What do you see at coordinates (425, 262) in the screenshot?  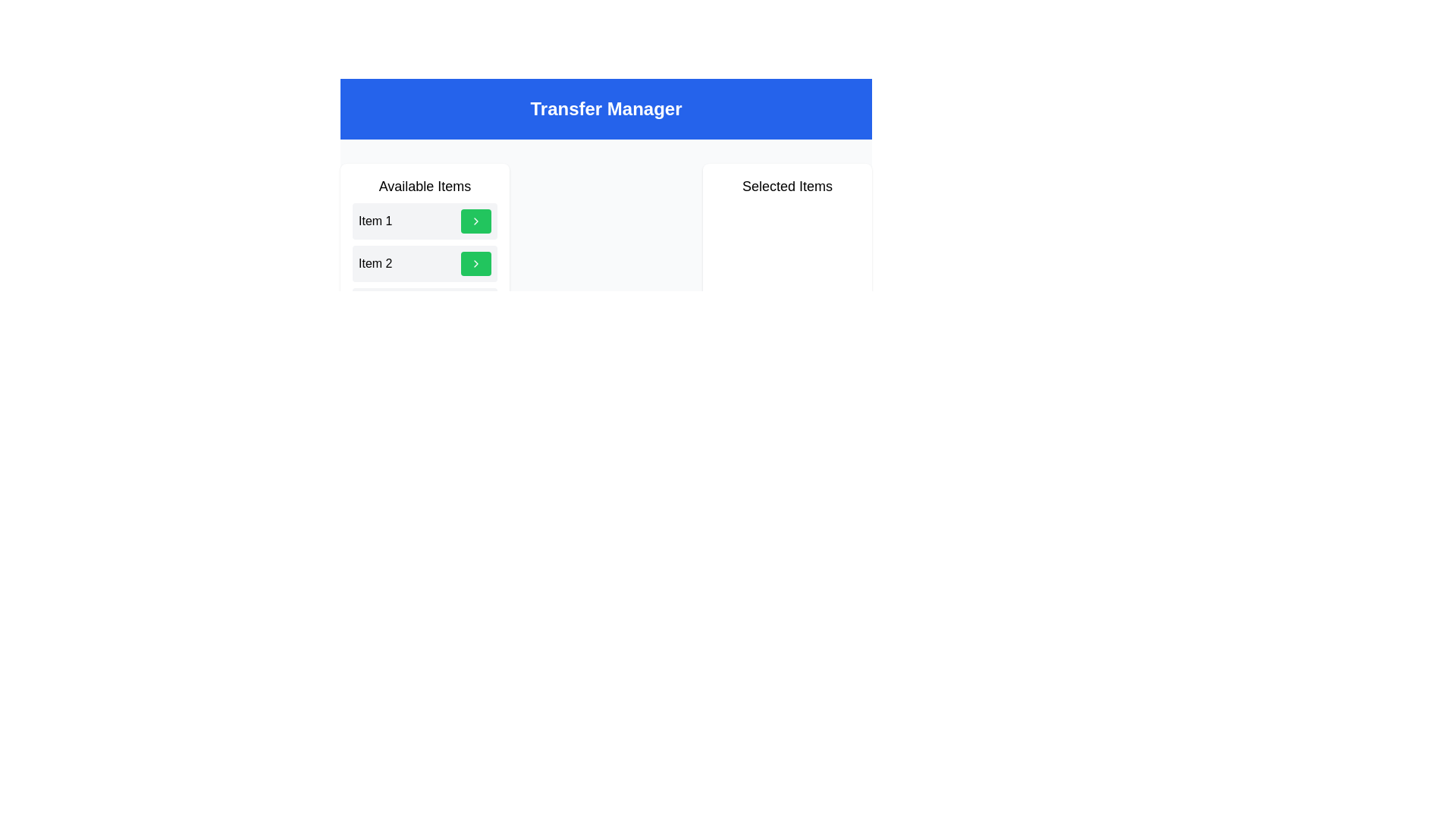 I see `the second item in the 'Available Items' panel` at bounding box center [425, 262].